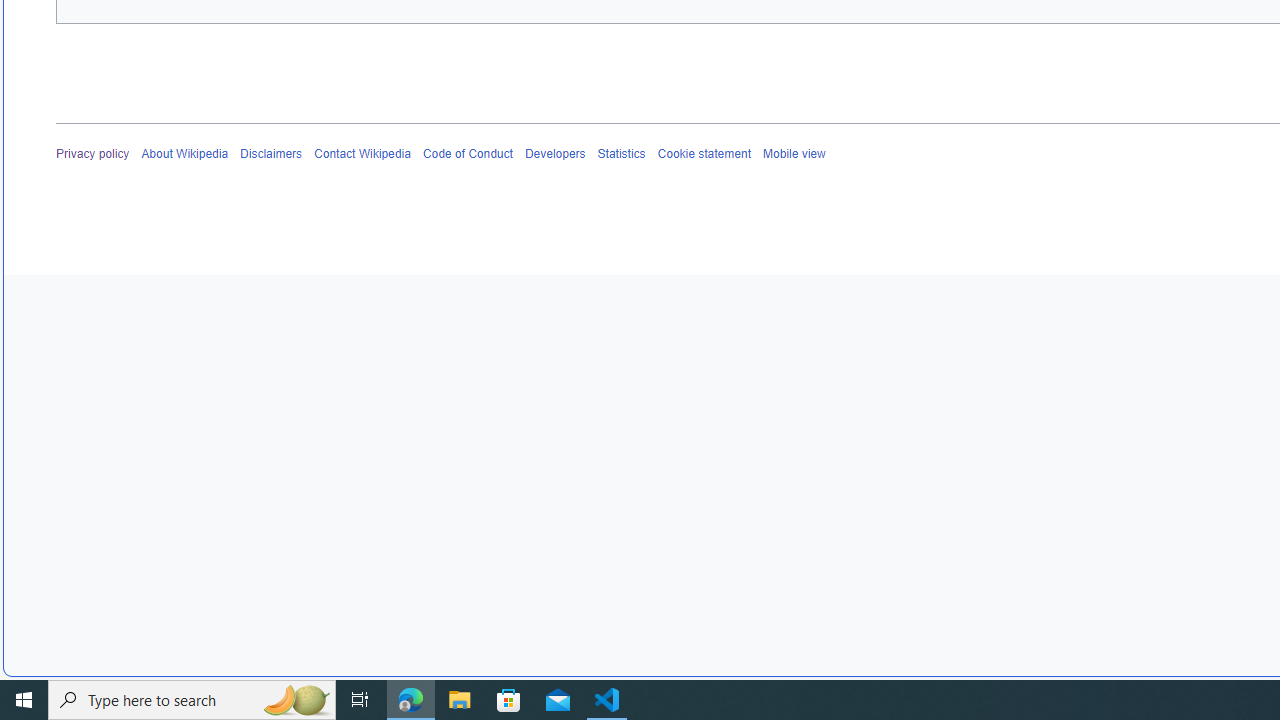 Image resolution: width=1280 pixels, height=720 pixels. I want to click on 'Privacy policy', so click(92, 153).